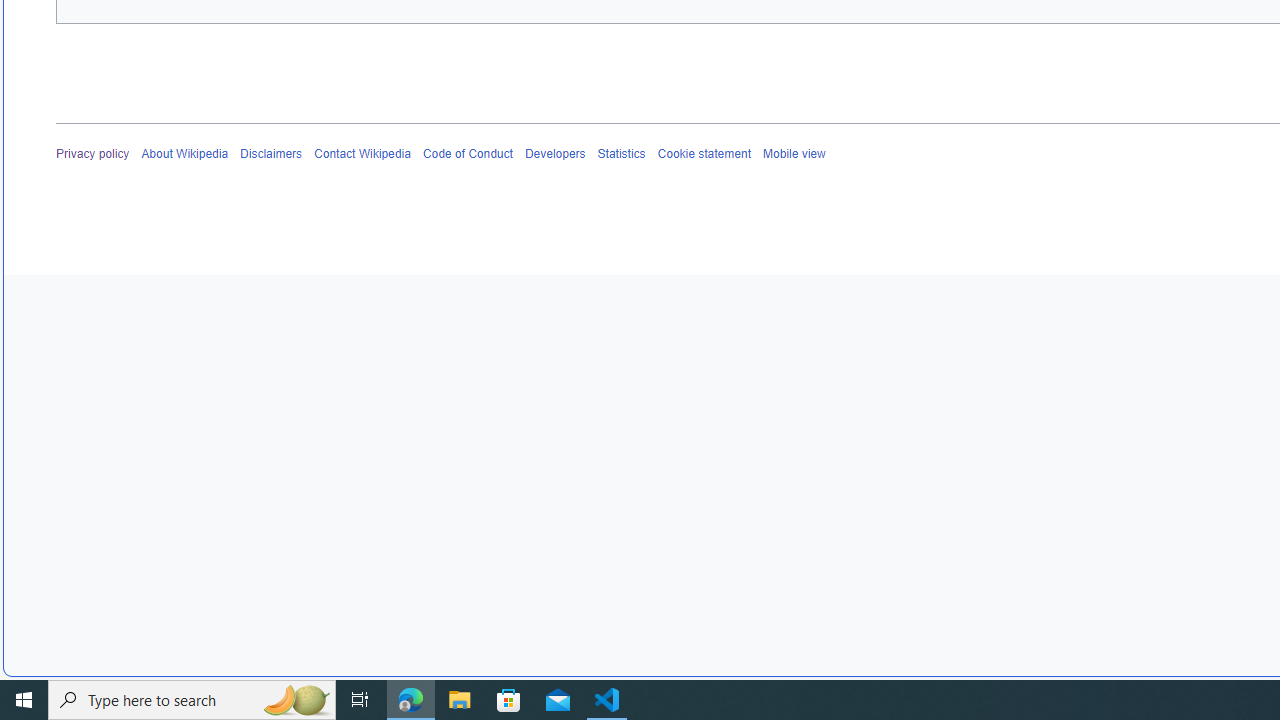 Image resolution: width=1280 pixels, height=720 pixels. I want to click on 'Privacy policy', so click(92, 153).